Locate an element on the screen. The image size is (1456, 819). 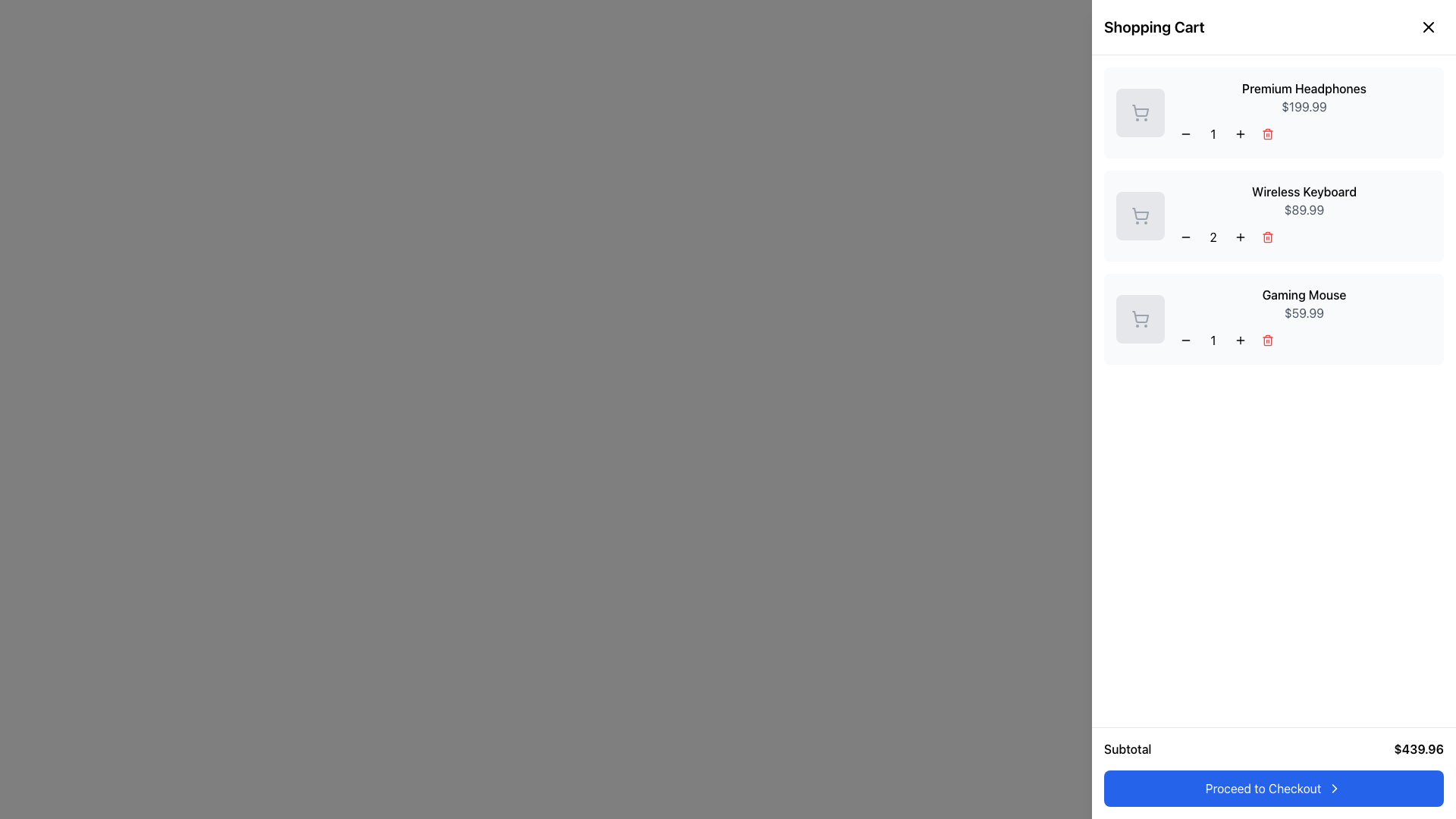
the text display field that shows the current quantity of 'Gaming Mouse' in the shopping cart, located between the minus and plus buttons is located at coordinates (1212, 339).